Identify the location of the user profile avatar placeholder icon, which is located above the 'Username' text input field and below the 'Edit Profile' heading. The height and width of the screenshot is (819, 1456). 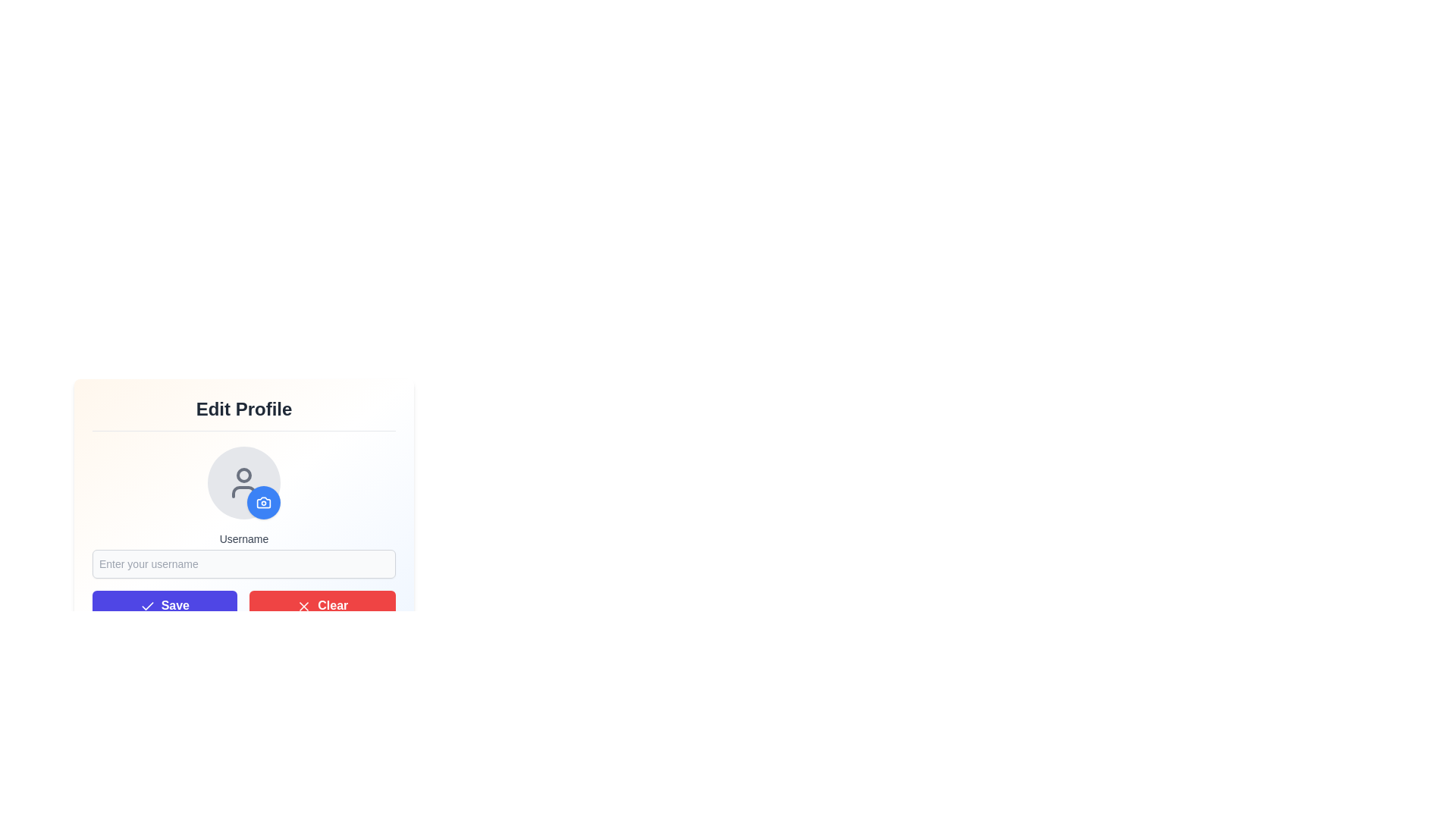
(243, 482).